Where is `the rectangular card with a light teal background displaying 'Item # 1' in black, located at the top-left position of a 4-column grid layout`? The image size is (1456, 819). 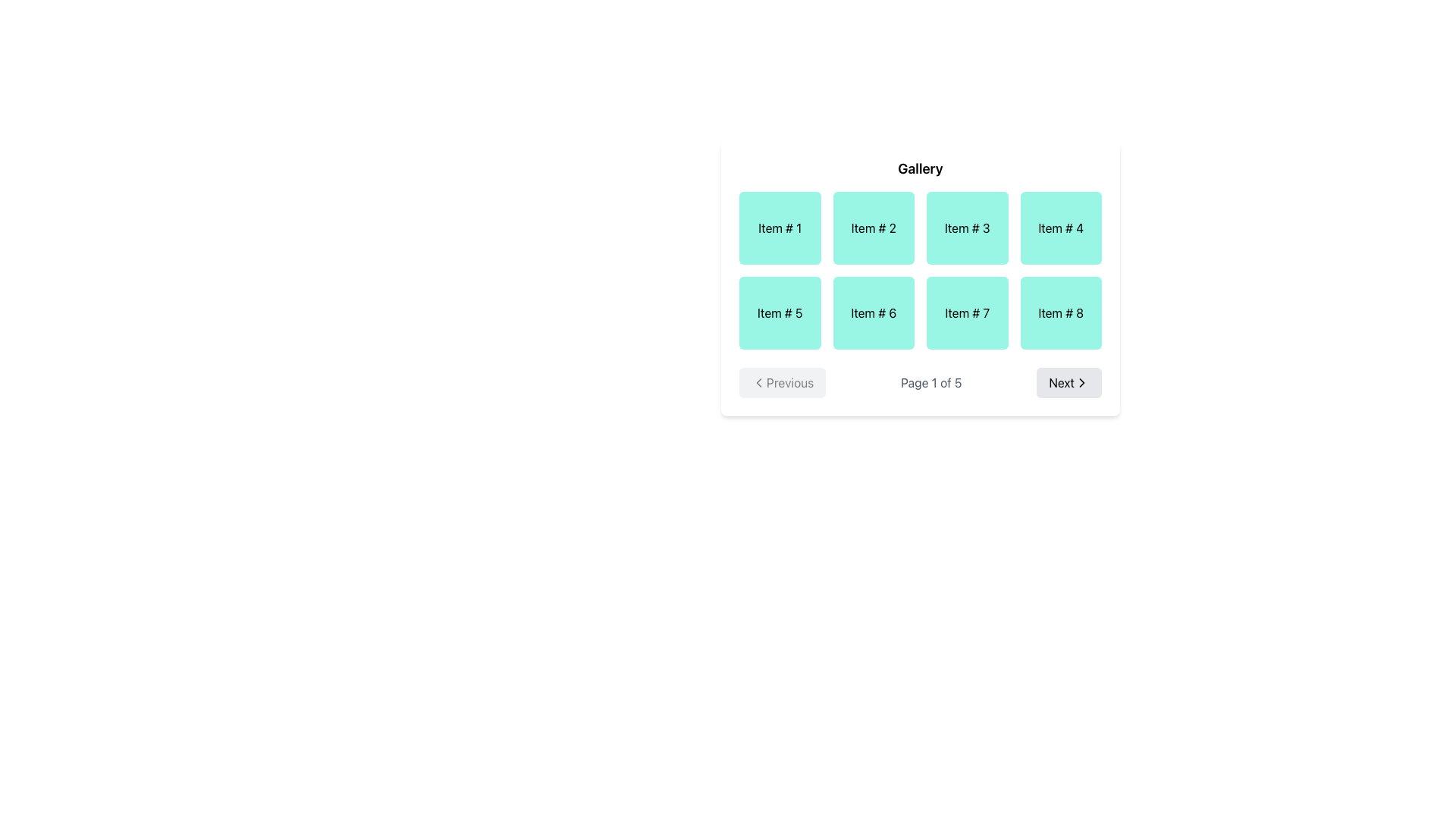 the rectangular card with a light teal background displaying 'Item # 1' in black, located at the top-left position of a 4-column grid layout is located at coordinates (780, 227).